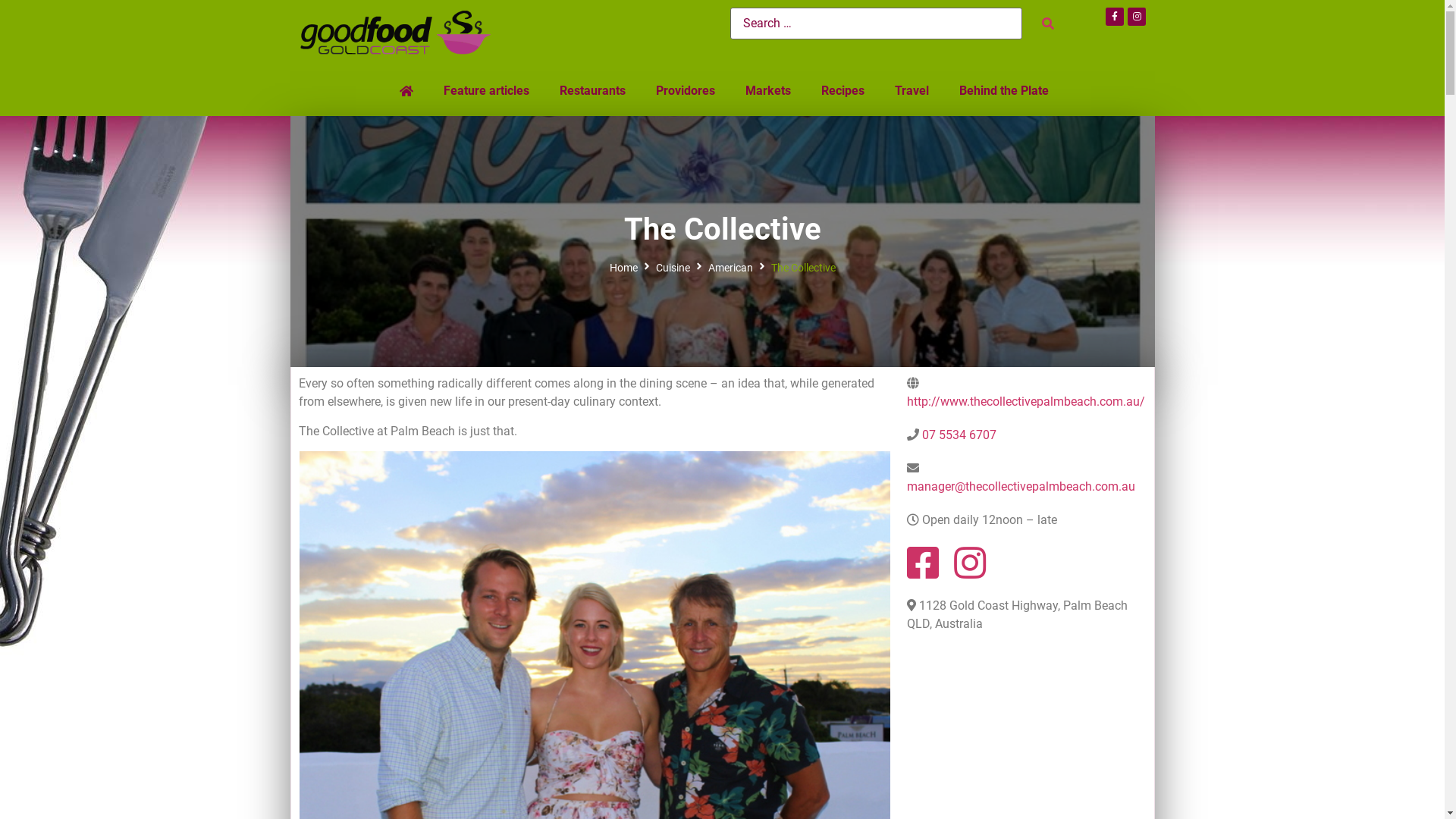 The width and height of the screenshot is (1456, 819). What do you see at coordinates (1021, 486) in the screenshot?
I see `'manager@thecollectivepalmbeach.com.au'` at bounding box center [1021, 486].